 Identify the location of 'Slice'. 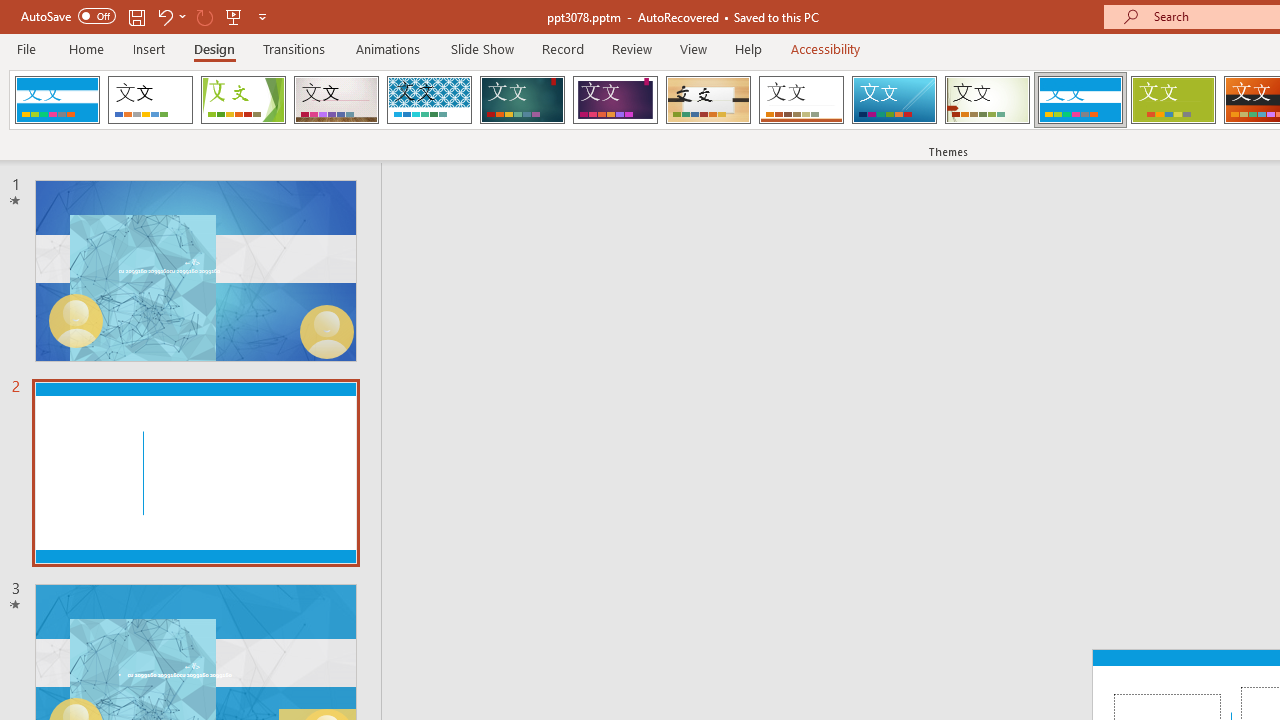
(893, 100).